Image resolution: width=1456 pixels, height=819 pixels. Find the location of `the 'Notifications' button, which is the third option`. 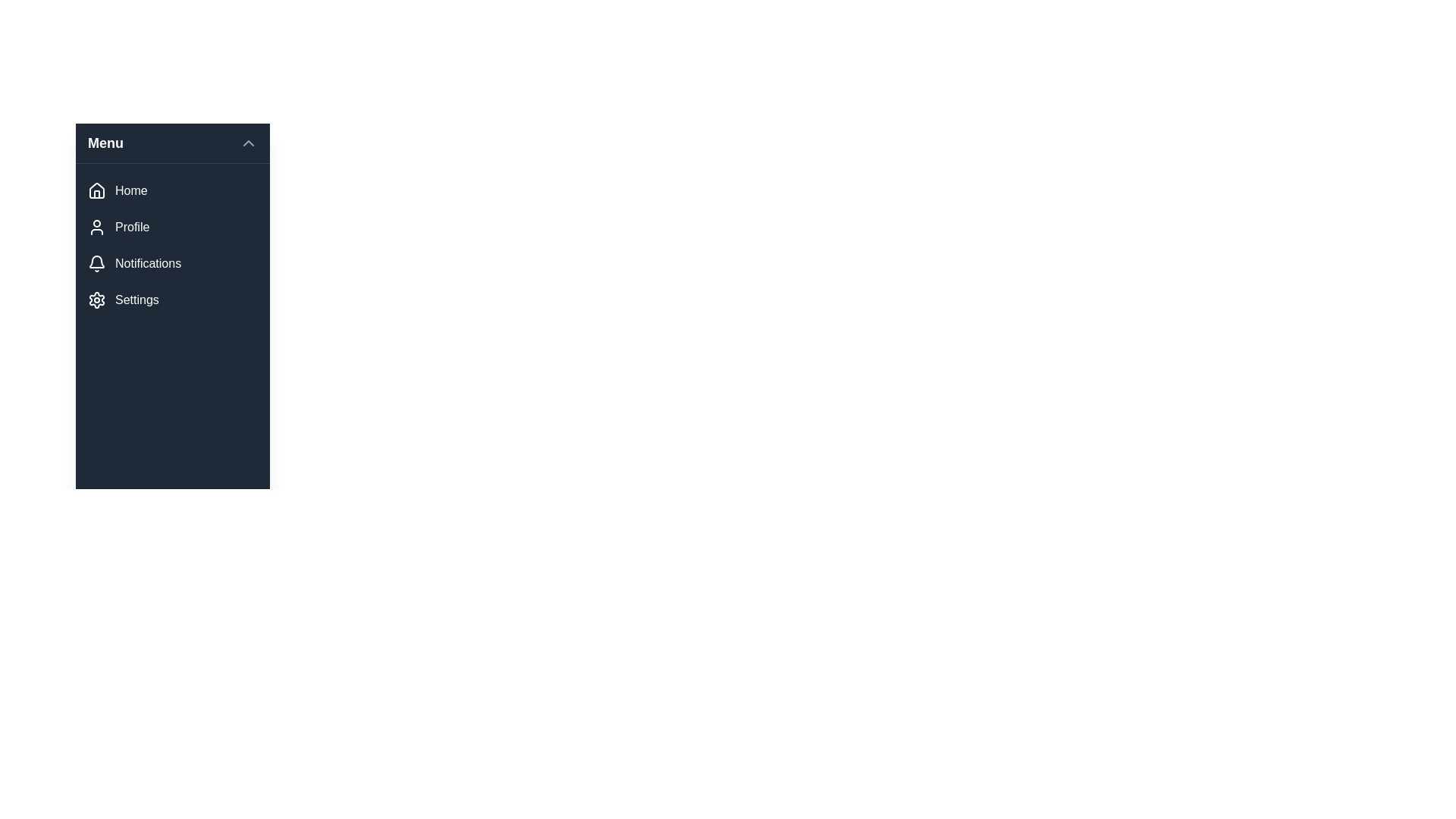

the 'Notifications' button, which is the third option is located at coordinates (172, 262).